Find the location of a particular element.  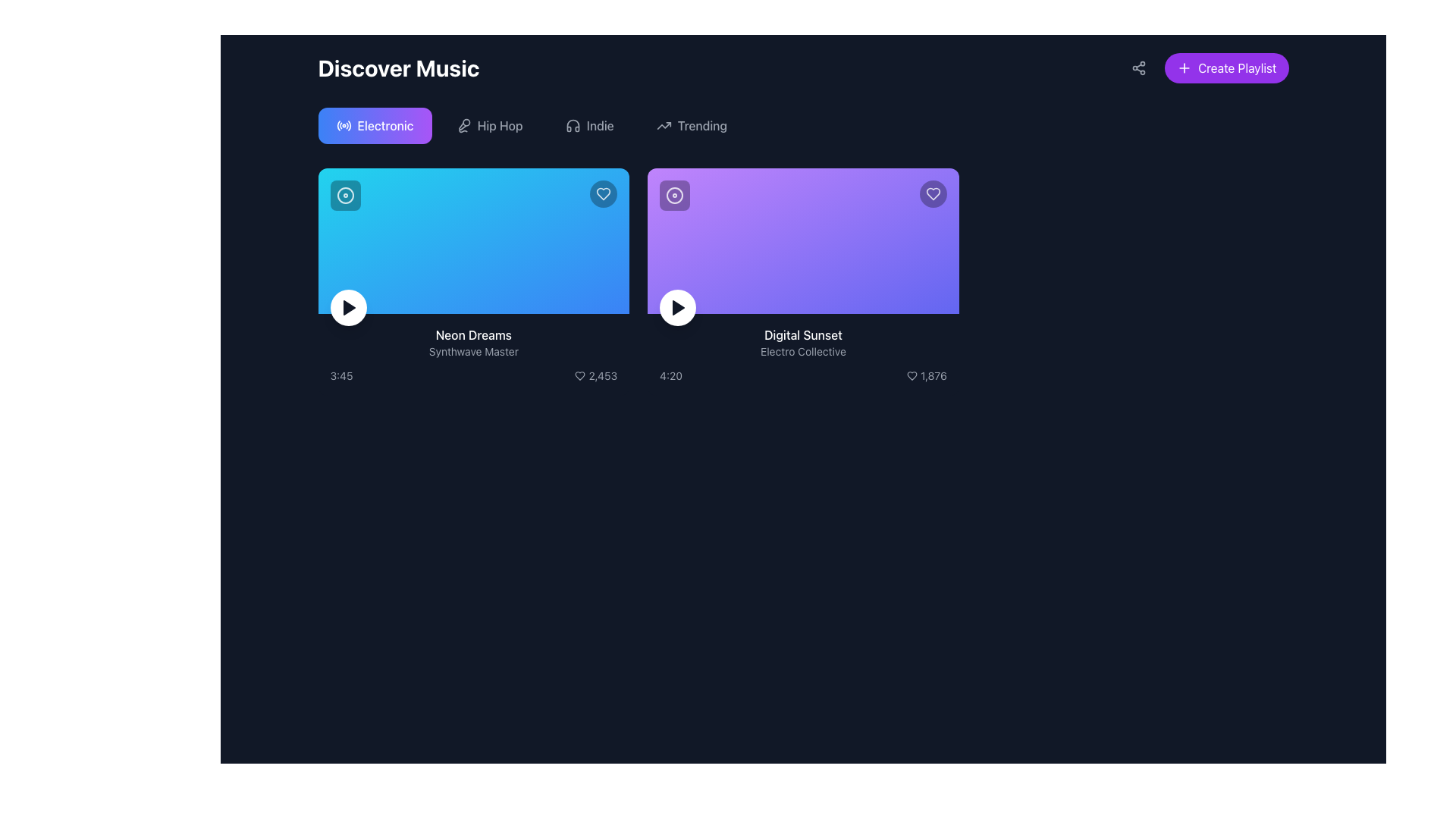

the heart icon button located at the top-right corner of the card for the song 'Digital Sunset' in the second column of the music discovery section is located at coordinates (932, 193).